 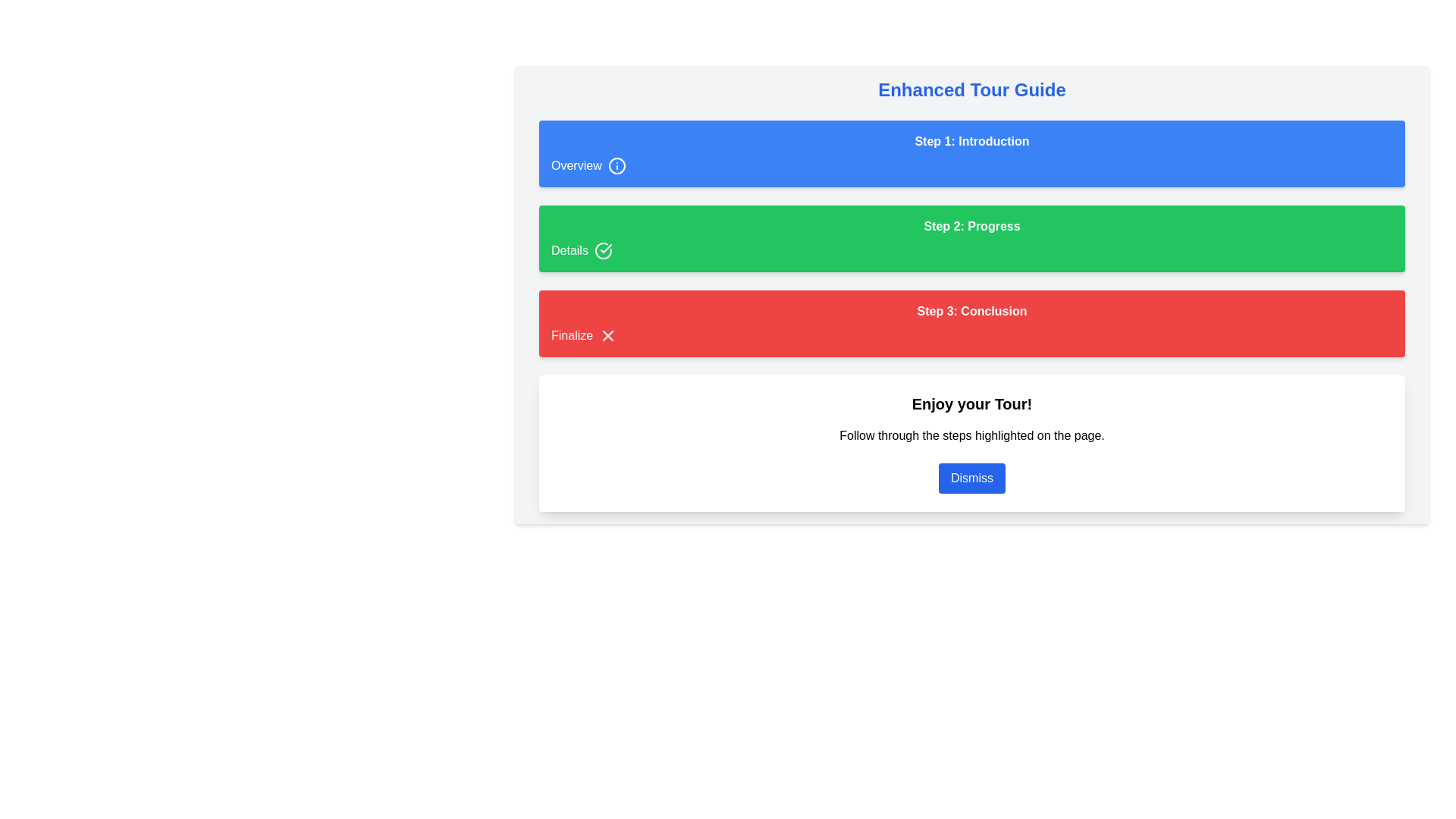 I want to click on the icon indicating a cancel, close, or error-related function located on the right side of the red rectangular section labeled 'Finalize' in the third row of the vertical list of steps, so click(x=608, y=335).